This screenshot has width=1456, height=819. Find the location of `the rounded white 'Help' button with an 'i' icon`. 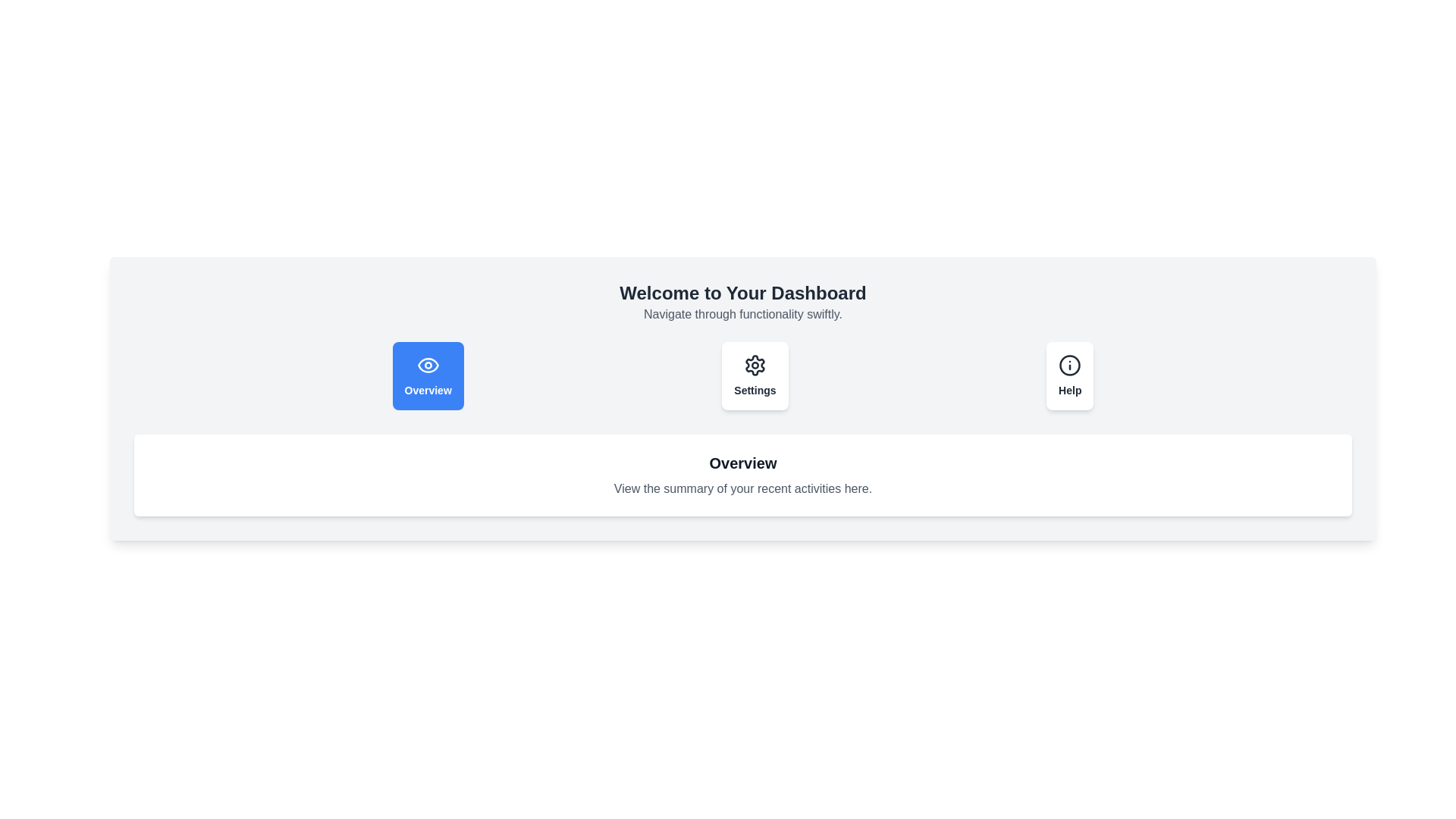

the rounded white 'Help' button with an 'i' icon is located at coordinates (1069, 375).